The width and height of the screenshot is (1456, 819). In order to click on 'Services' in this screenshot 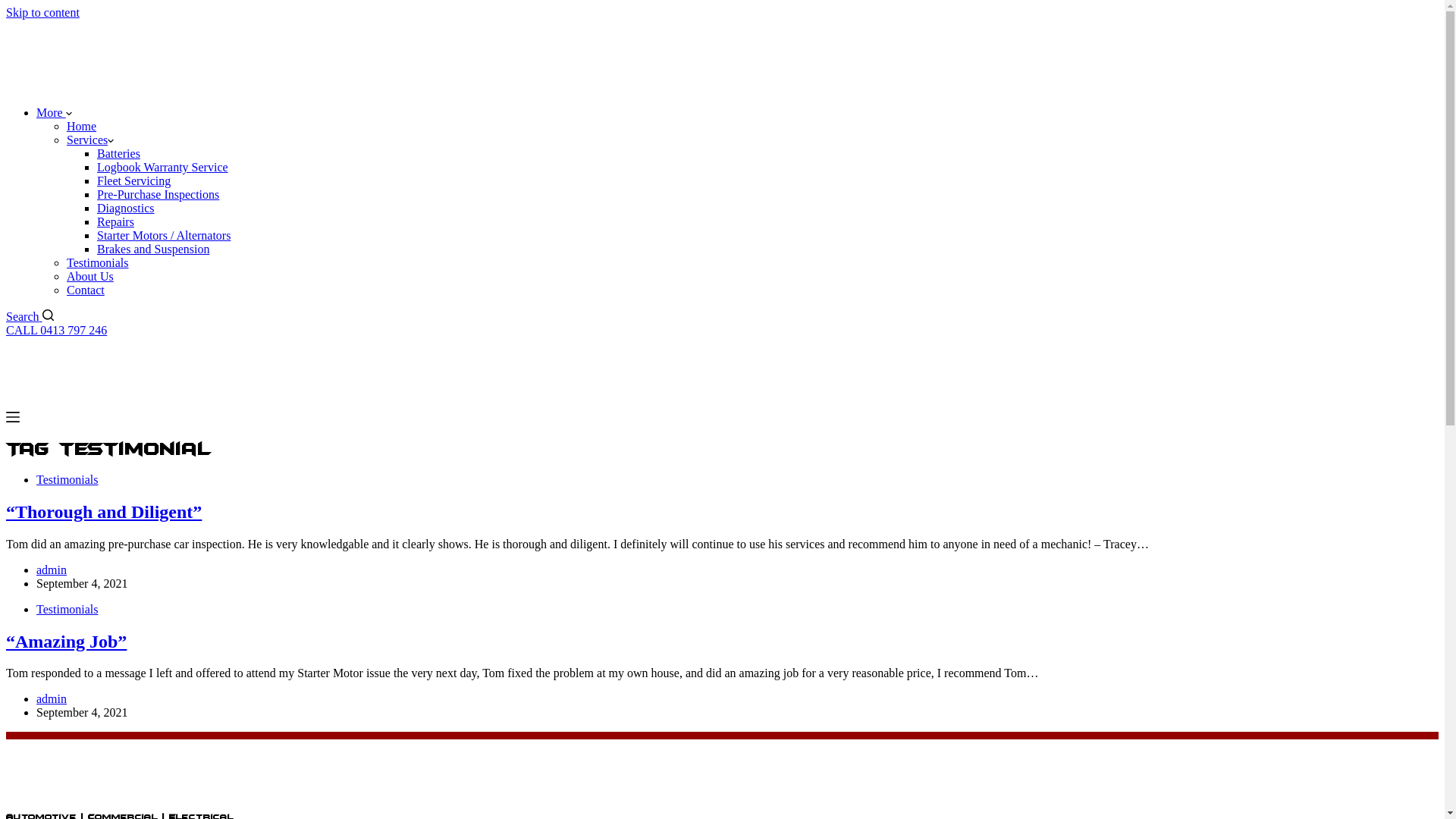, I will do `click(89, 140)`.